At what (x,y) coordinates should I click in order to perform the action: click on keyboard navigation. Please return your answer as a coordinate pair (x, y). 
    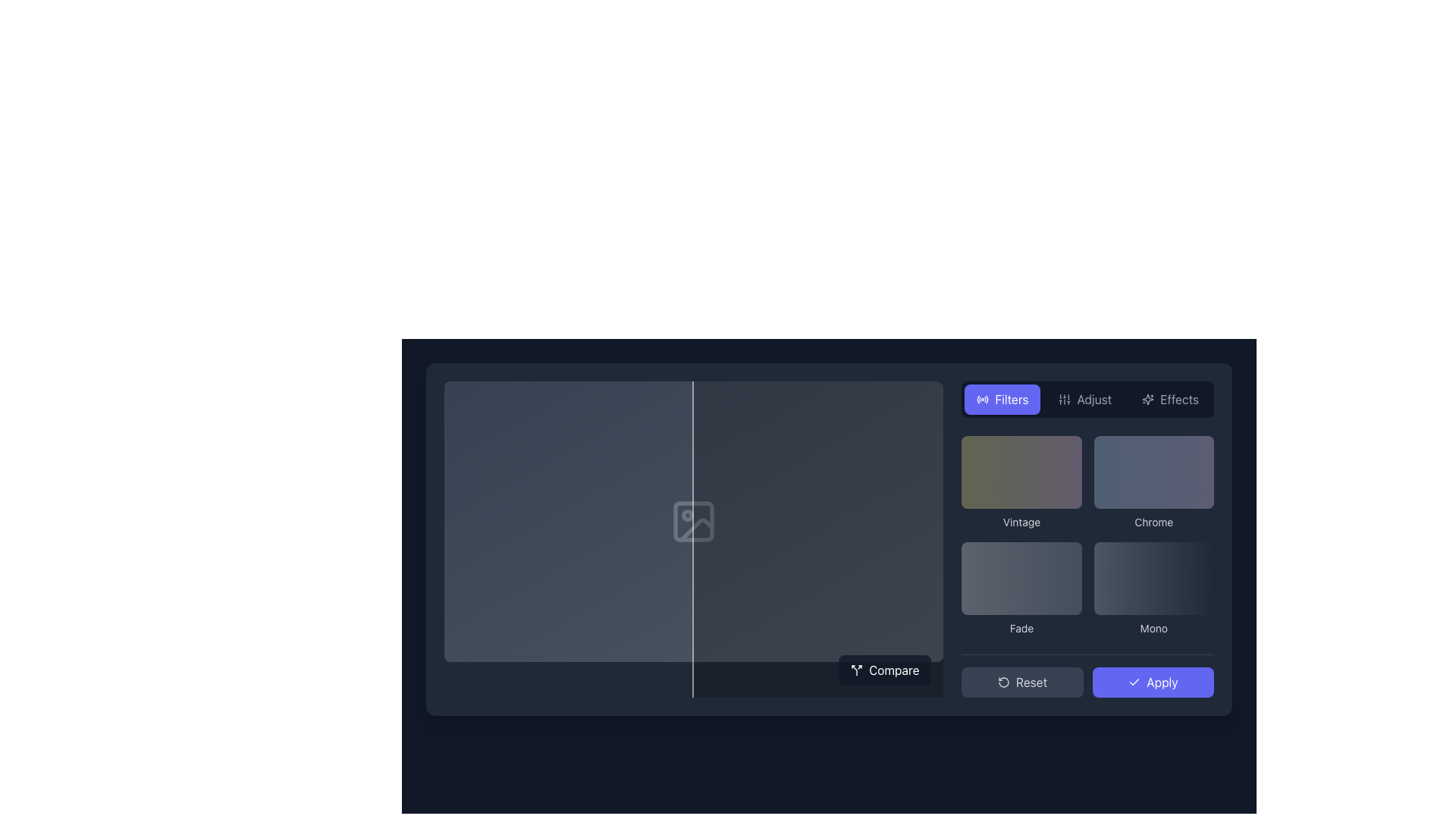
    Looking at the image, I should click on (1178, 399).